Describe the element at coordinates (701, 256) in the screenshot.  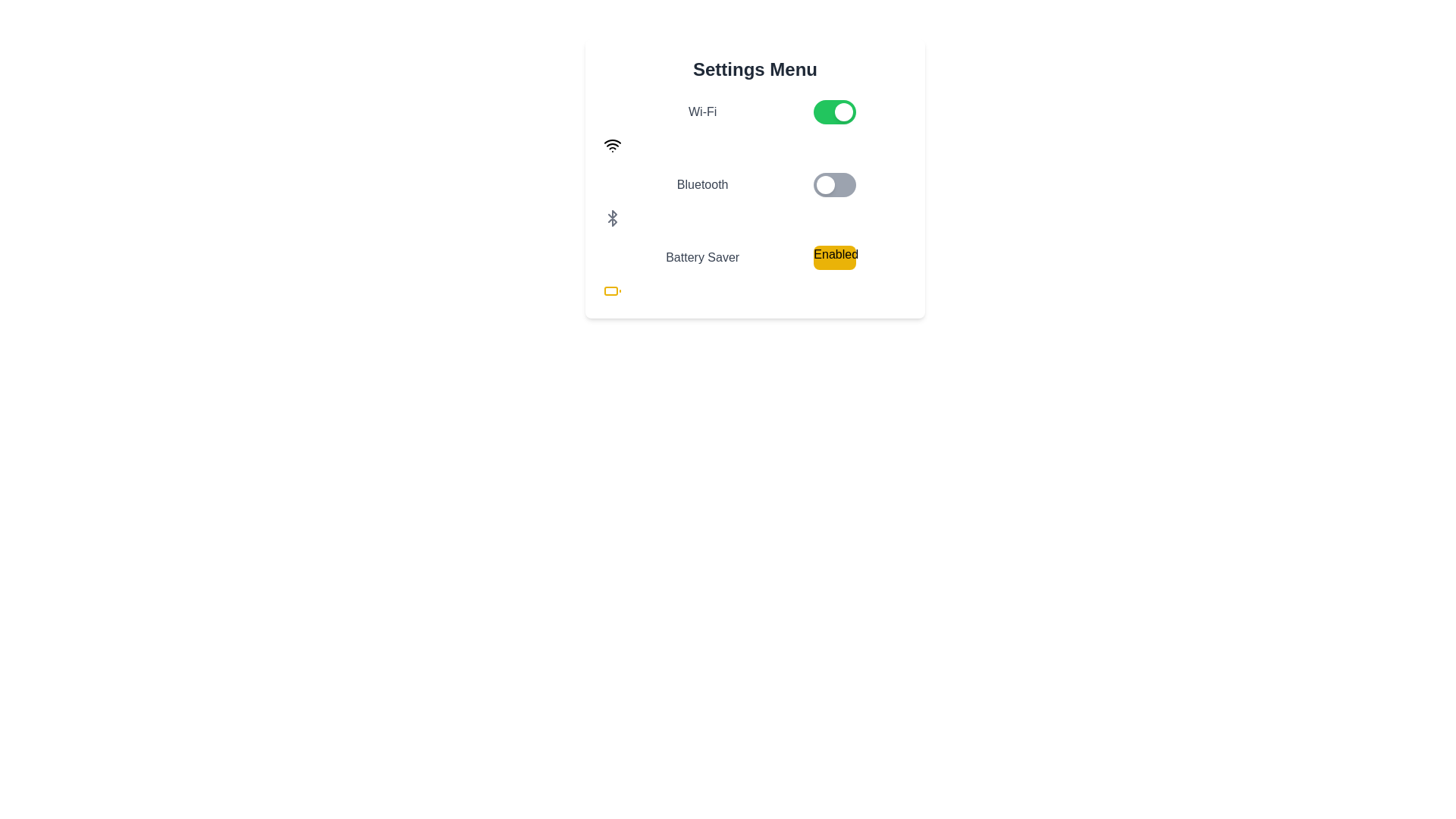
I see `the 'Battery Saver' label located in the third row of the settings options, below the Bluetooth toggle and to the left of the 'Enabled' indicator` at that location.